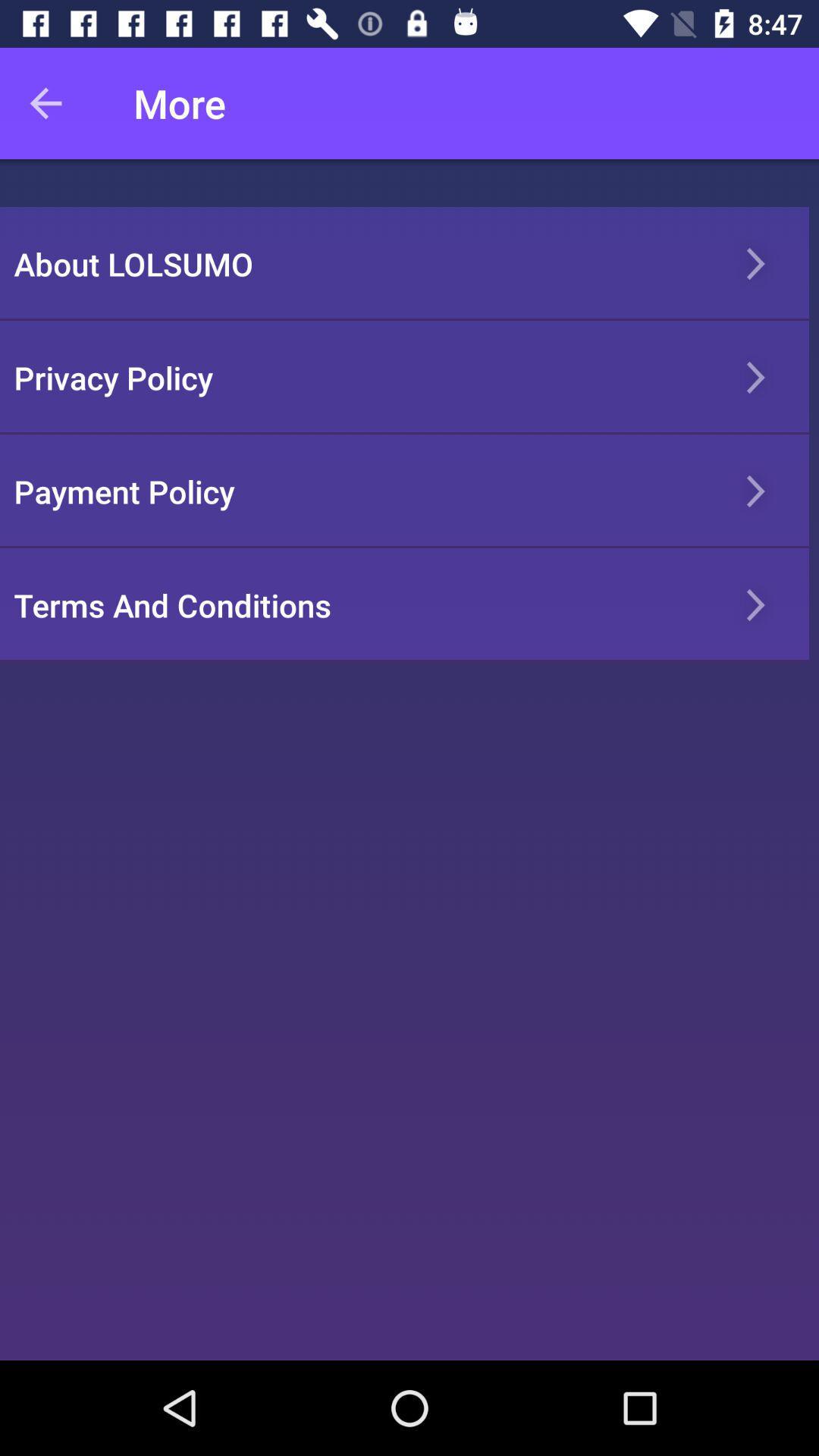 The image size is (819, 1456). I want to click on item next to more icon, so click(55, 102).